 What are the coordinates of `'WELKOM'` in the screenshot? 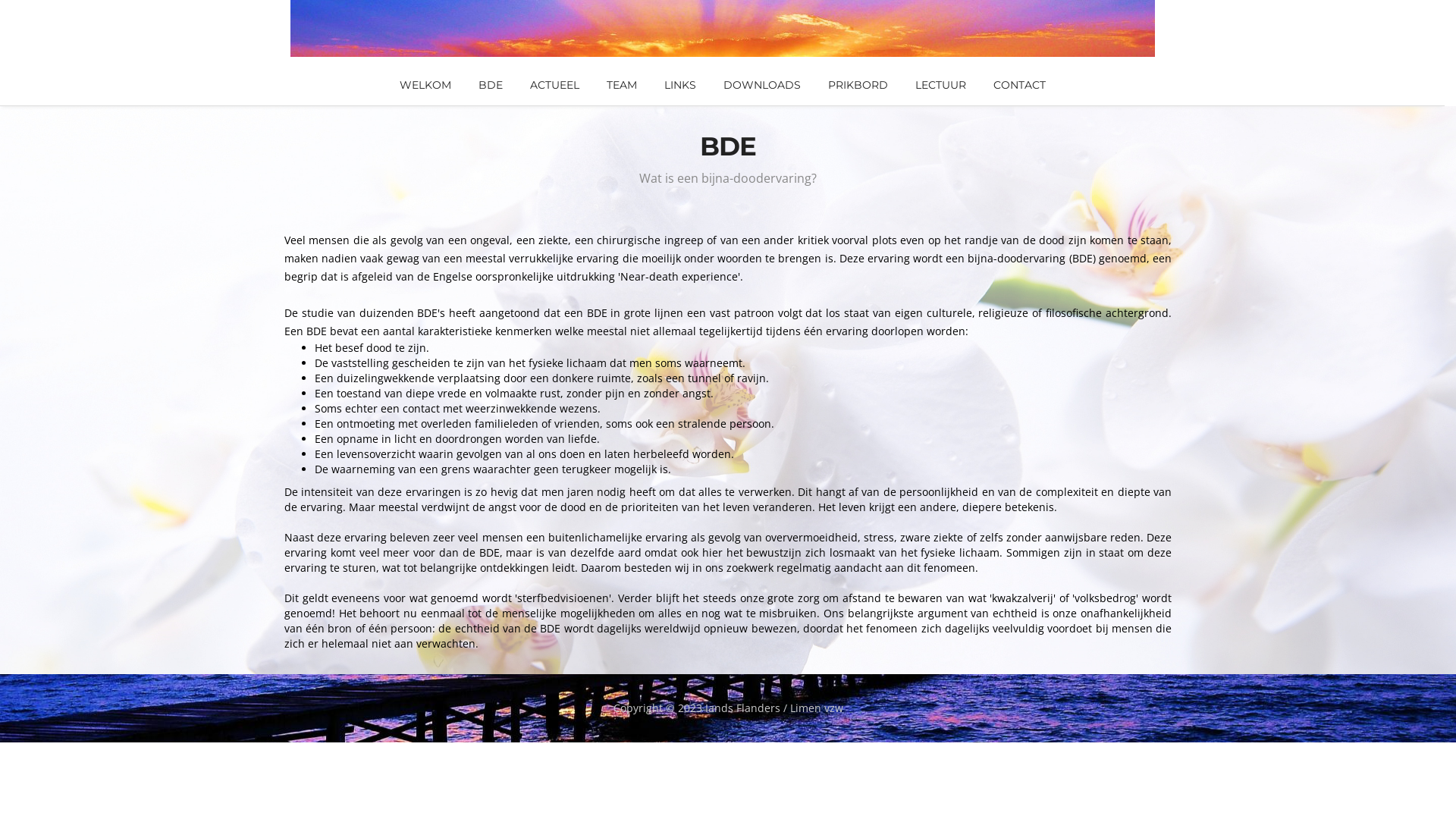 It's located at (425, 84).